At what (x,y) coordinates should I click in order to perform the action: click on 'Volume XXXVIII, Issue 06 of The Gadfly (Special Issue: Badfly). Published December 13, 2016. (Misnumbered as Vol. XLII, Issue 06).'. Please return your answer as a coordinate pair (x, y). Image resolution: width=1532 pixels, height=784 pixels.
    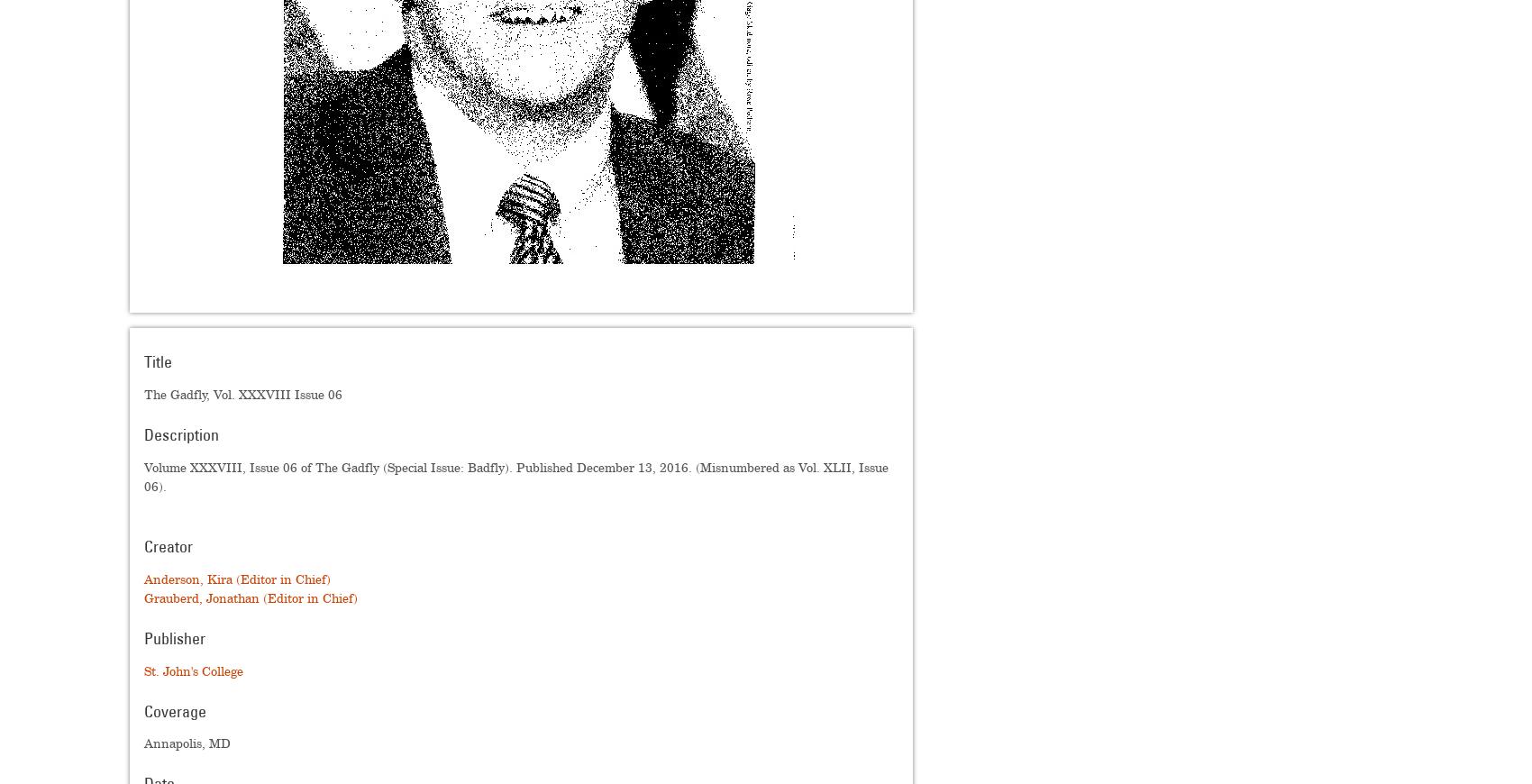
    Looking at the image, I should click on (142, 475).